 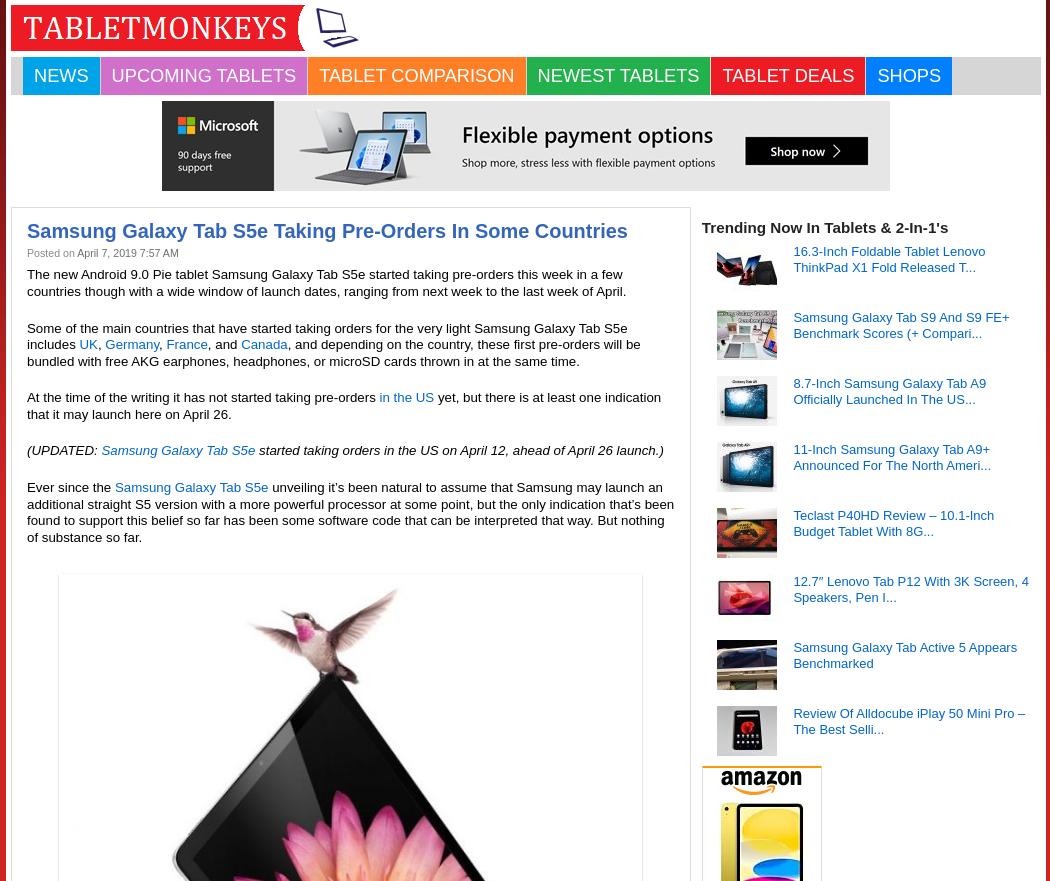 I want to click on 'started taking orders in the US on April 12, ahead of April 26 launch.)', so click(x=458, y=450).